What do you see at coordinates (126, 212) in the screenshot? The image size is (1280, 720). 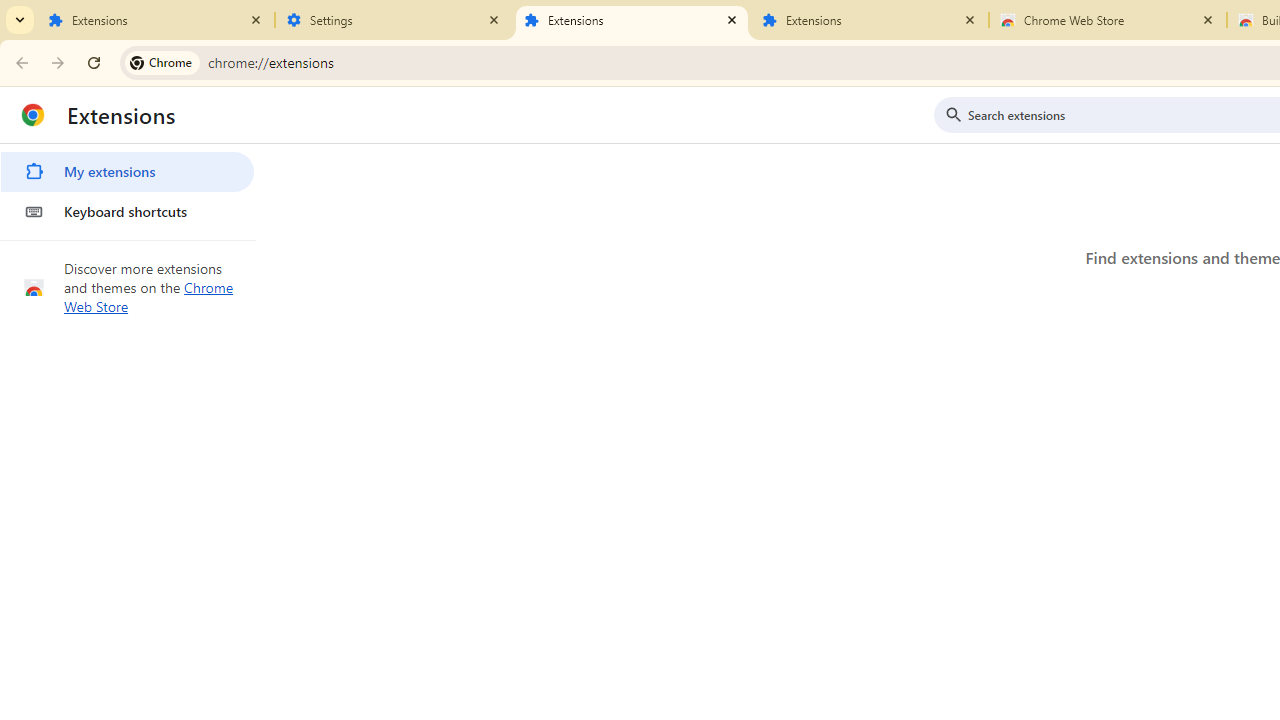 I see `'Keyboard shortcuts'` at bounding box center [126, 212].